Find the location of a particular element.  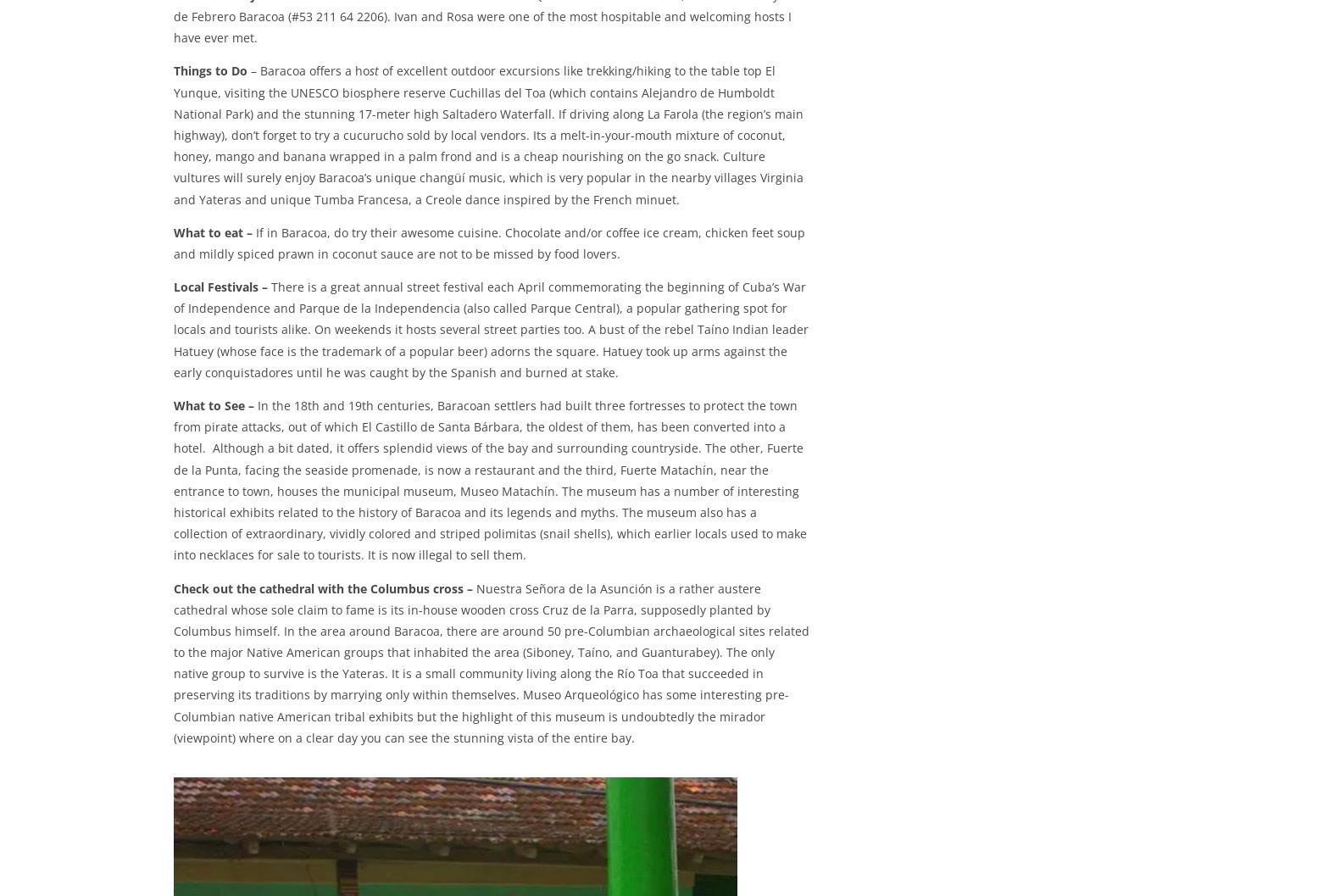

'Nuestra Señora de la Asunción is a rather austere cathedral whose sole claim to fame is its in-house wooden cross Cruz de la Parra, supposedly planted by Columbus himself. In the area around Baracoa, there are around 50 pre-Columbian archaeological sites related to the major Native American groups that inhabited the area (Siboney, Taíno, and Guanturabey). The only native group to survive is the Yateras. It is a small community living along the Río Toa that succeeded in preserving its traditions by marrying only within themselves. Museo Arqueológico has some interesting pre-Columbian native American tribal exhibits but the highlight of this museum is undoubtedly the mirador (viewpoint) where on a clear day you can see the stunning vista of the entire bay.' is located at coordinates (492, 664).